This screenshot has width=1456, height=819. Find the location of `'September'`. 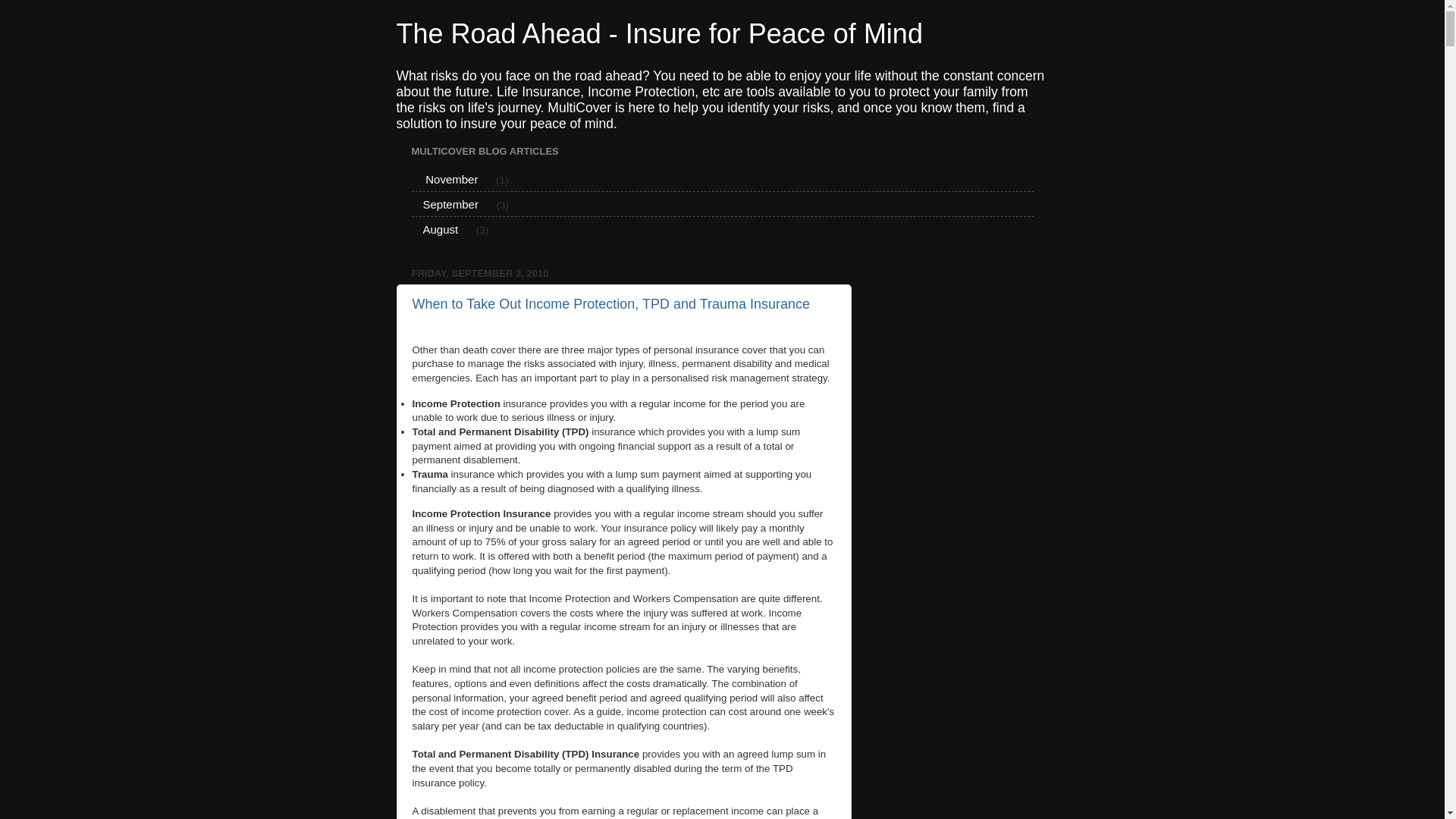

'September' is located at coordinates (411, 203).